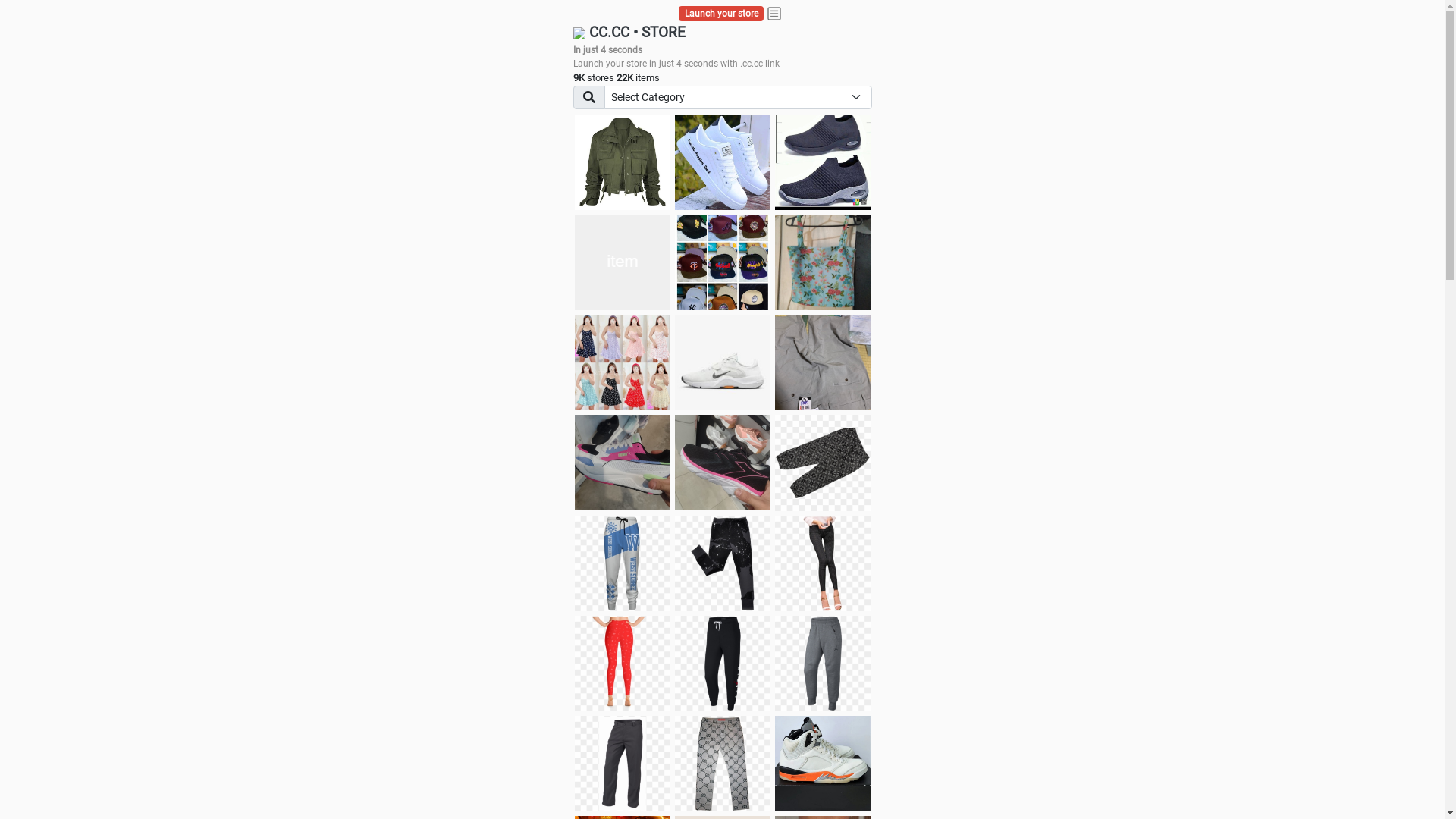 The width and height of the screenshot is (1456, 819). What do you see at coordinates (722, 461) in the screenshot?
I see `'Zapatillas'` at bounding box center [722, 461].